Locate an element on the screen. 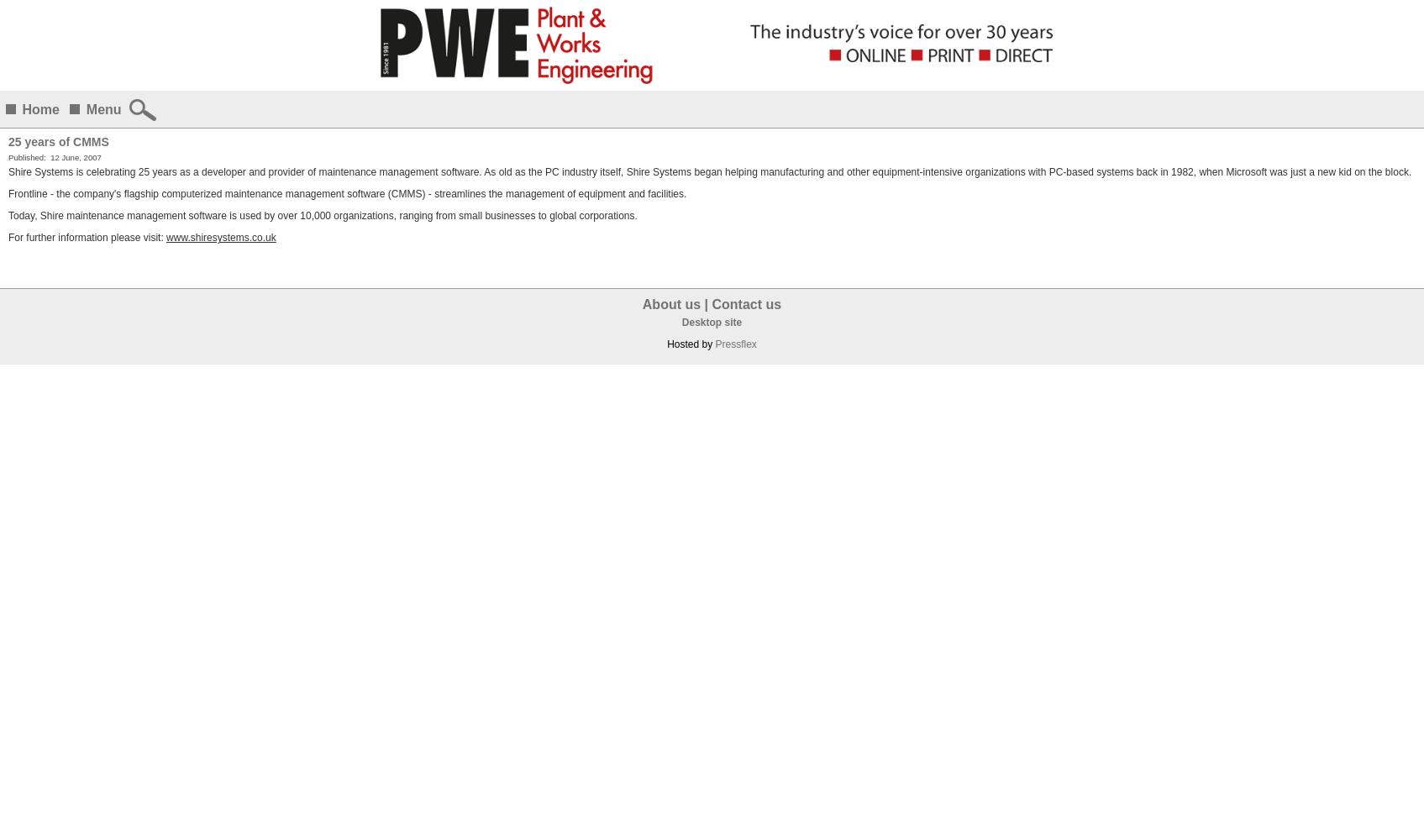  'Pressflex' is located at coordinates (734, 344).